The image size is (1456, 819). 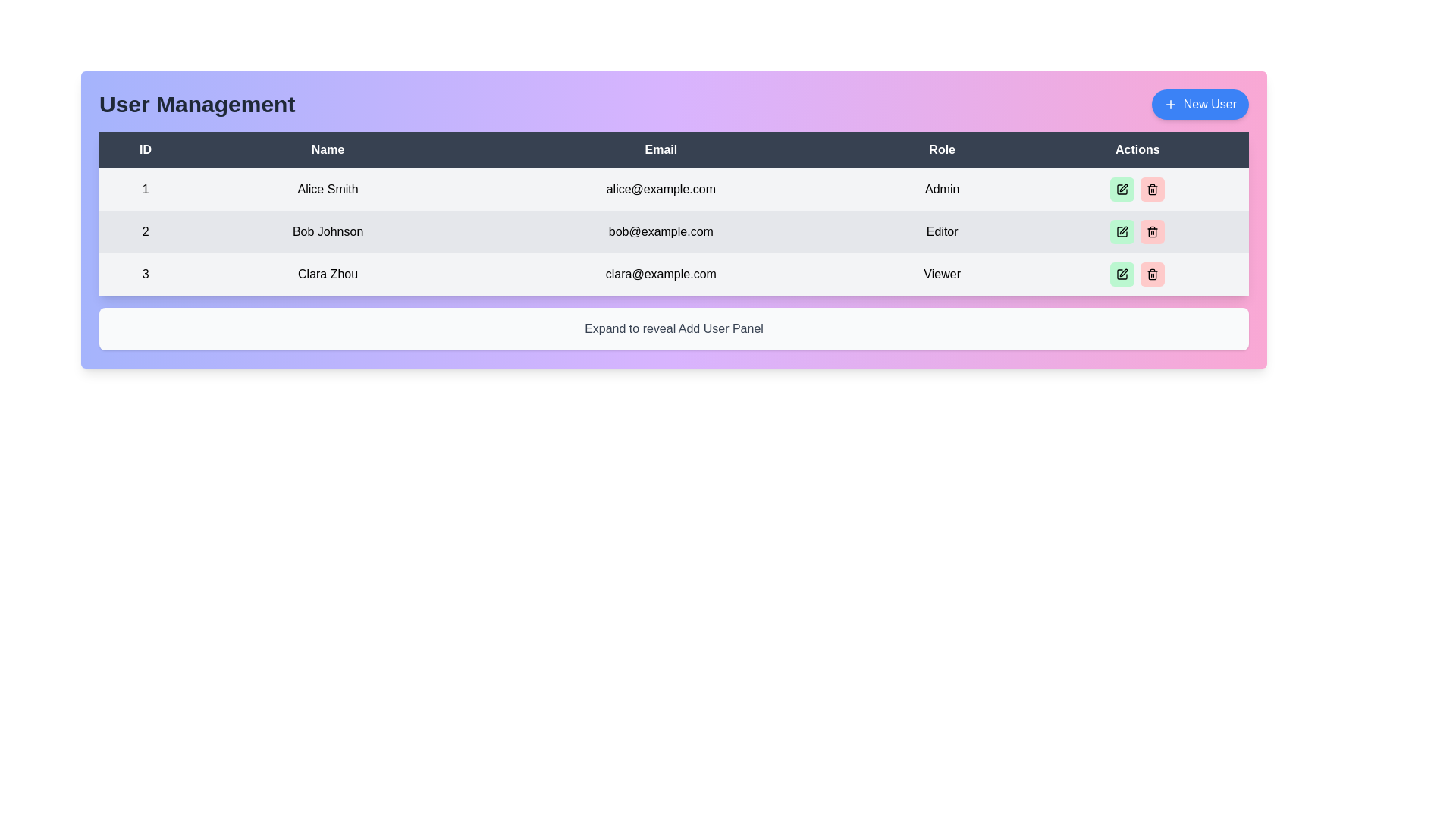 What do you see at coordinates (941, 275) in the screenshot?
I see `the 'Viewer' text label in the table under the 'Role' column for user 'Clara Zhou' with email 'clara@example.com'` at bounding box center [941, 275].